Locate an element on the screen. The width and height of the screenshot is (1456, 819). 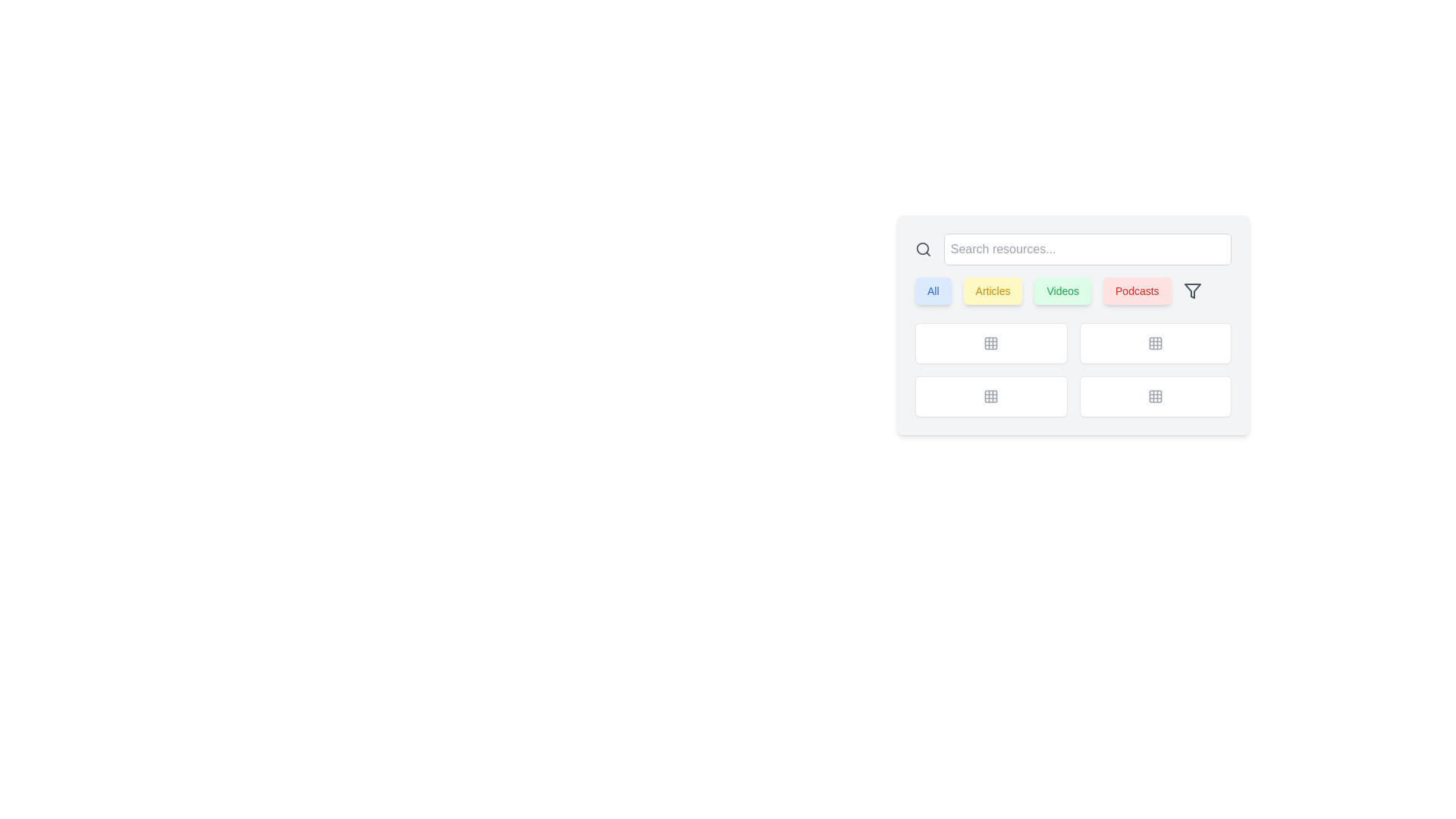
the fourth button in a grid layout, which features an embedded light gray grid icon on a white rectangular button is located at coordinates (1154, 396).